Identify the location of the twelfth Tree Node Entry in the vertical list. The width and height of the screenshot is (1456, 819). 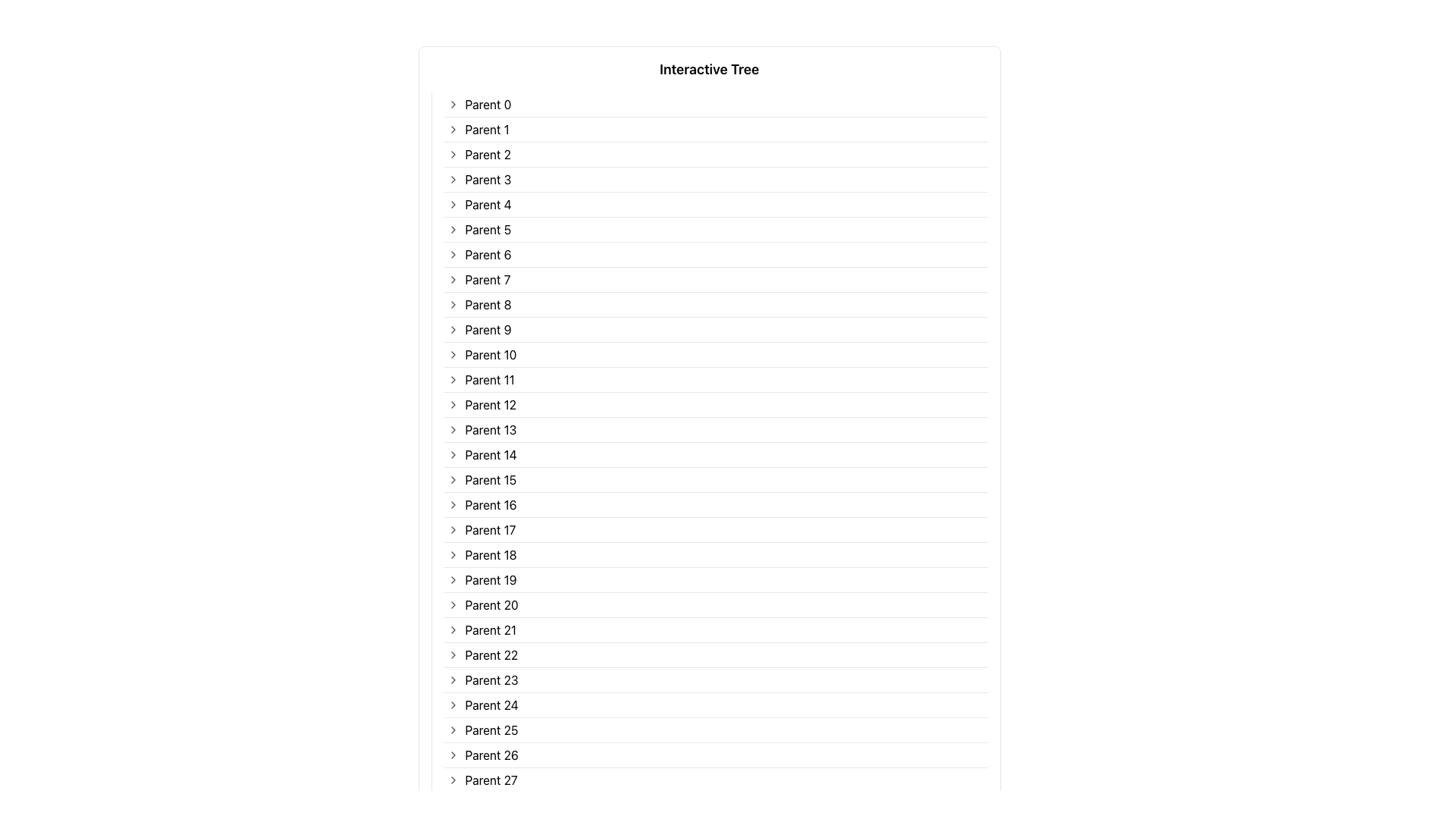
(715, 403).